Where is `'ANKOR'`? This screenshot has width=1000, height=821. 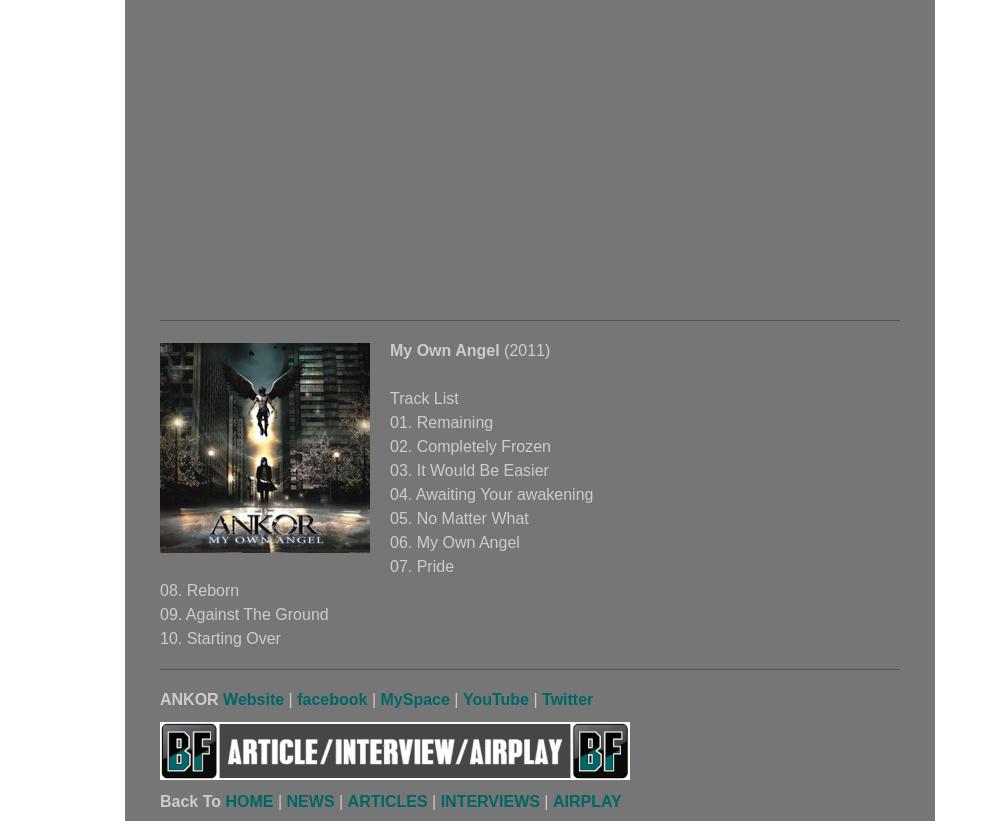
'ANKOR' is located at coordinates (190, 699).